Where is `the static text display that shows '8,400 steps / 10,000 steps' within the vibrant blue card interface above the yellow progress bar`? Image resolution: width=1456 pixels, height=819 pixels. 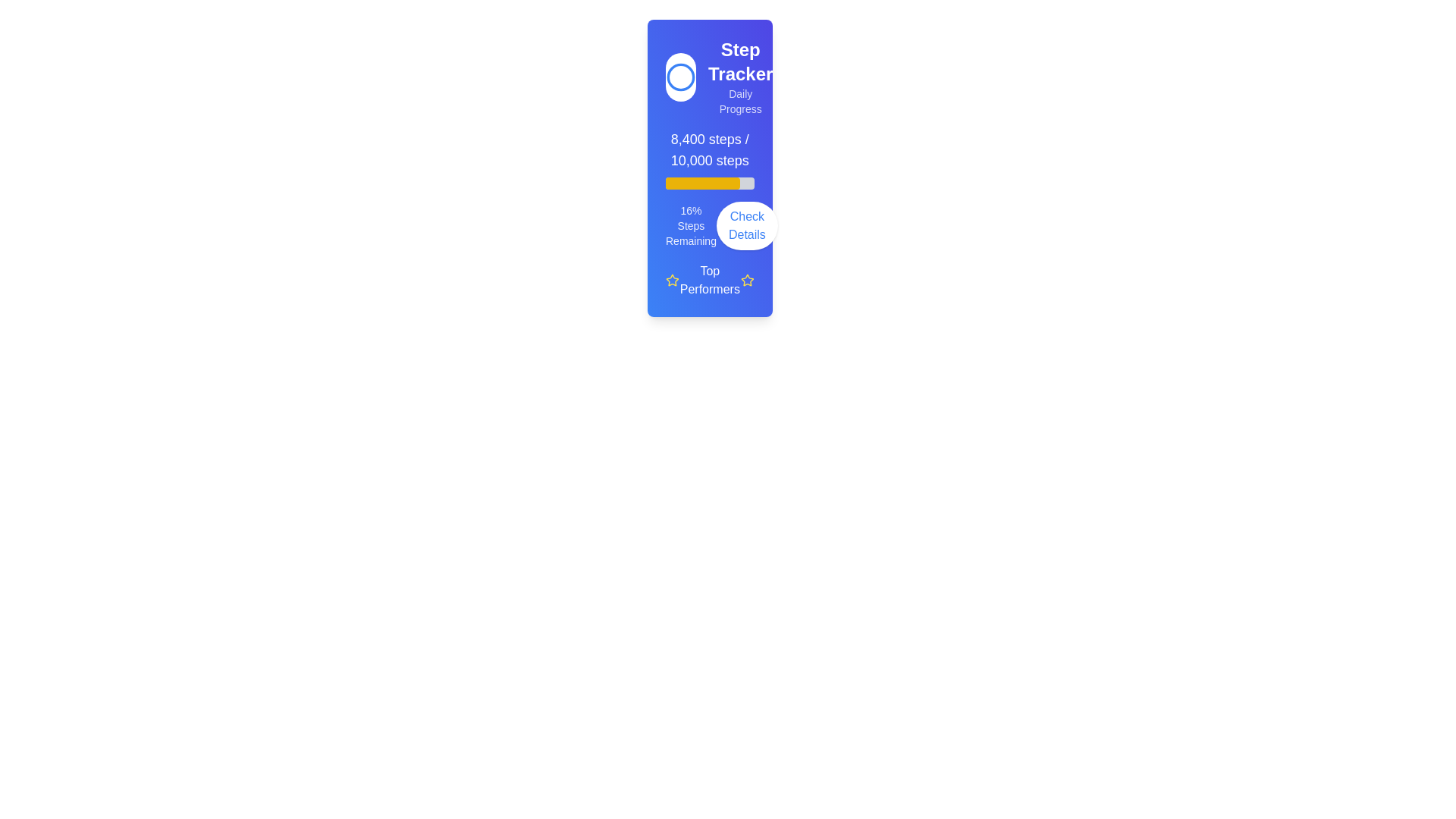
the static text display that shows '8,400 steps / 10,000 steps' within the vibrant blue card interface above the yellow progress bar is located at coordinates (709, 149).